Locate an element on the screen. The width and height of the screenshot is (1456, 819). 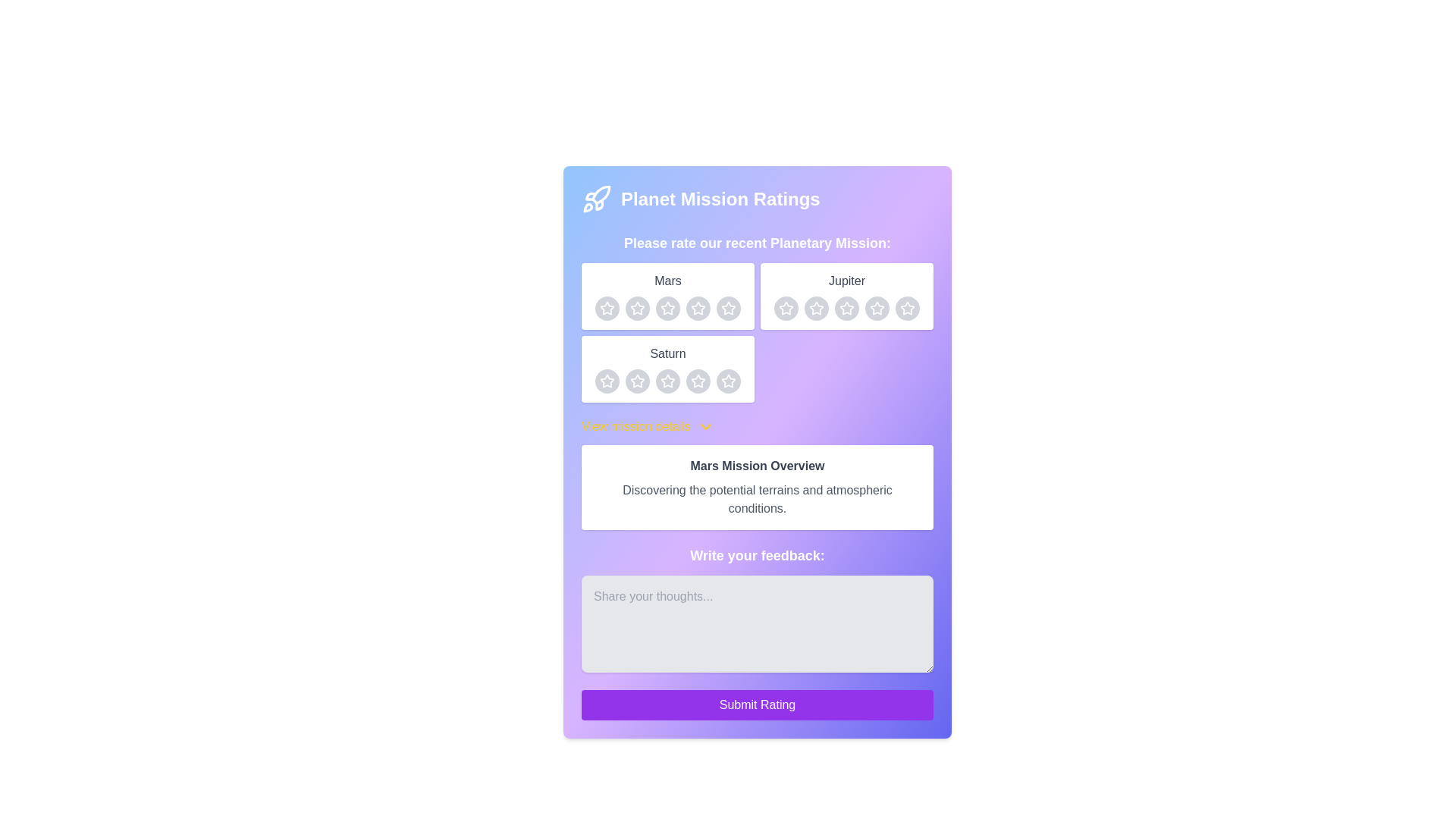
the static text label displaying 'Jupiter' in gray font, located in the top-right section of the interface above the star rating icons is located at coordinates (846, 281).